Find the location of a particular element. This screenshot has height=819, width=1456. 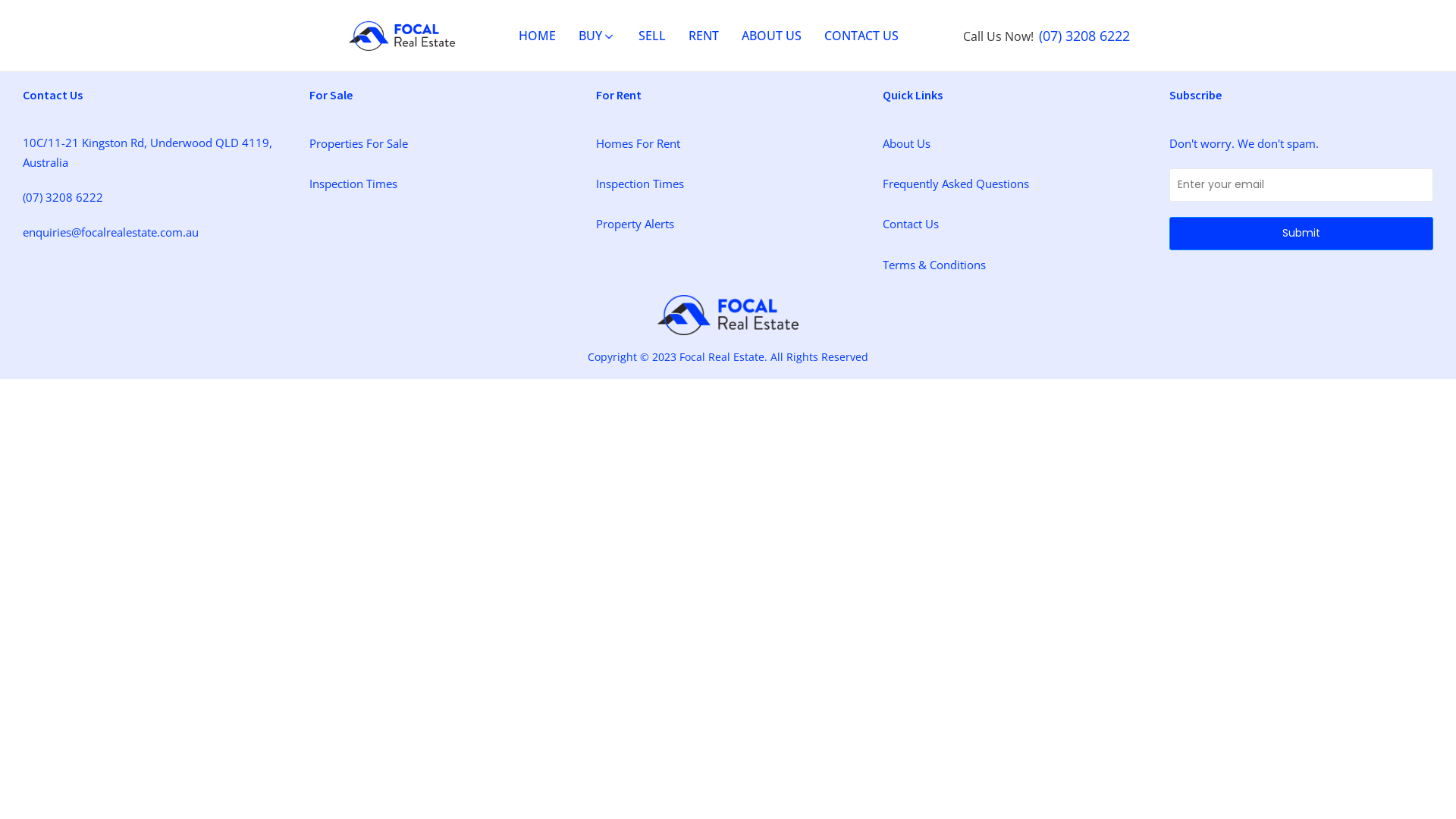

'enquiries@focalrealestate.com.au' is located at coordinates (109, 231).